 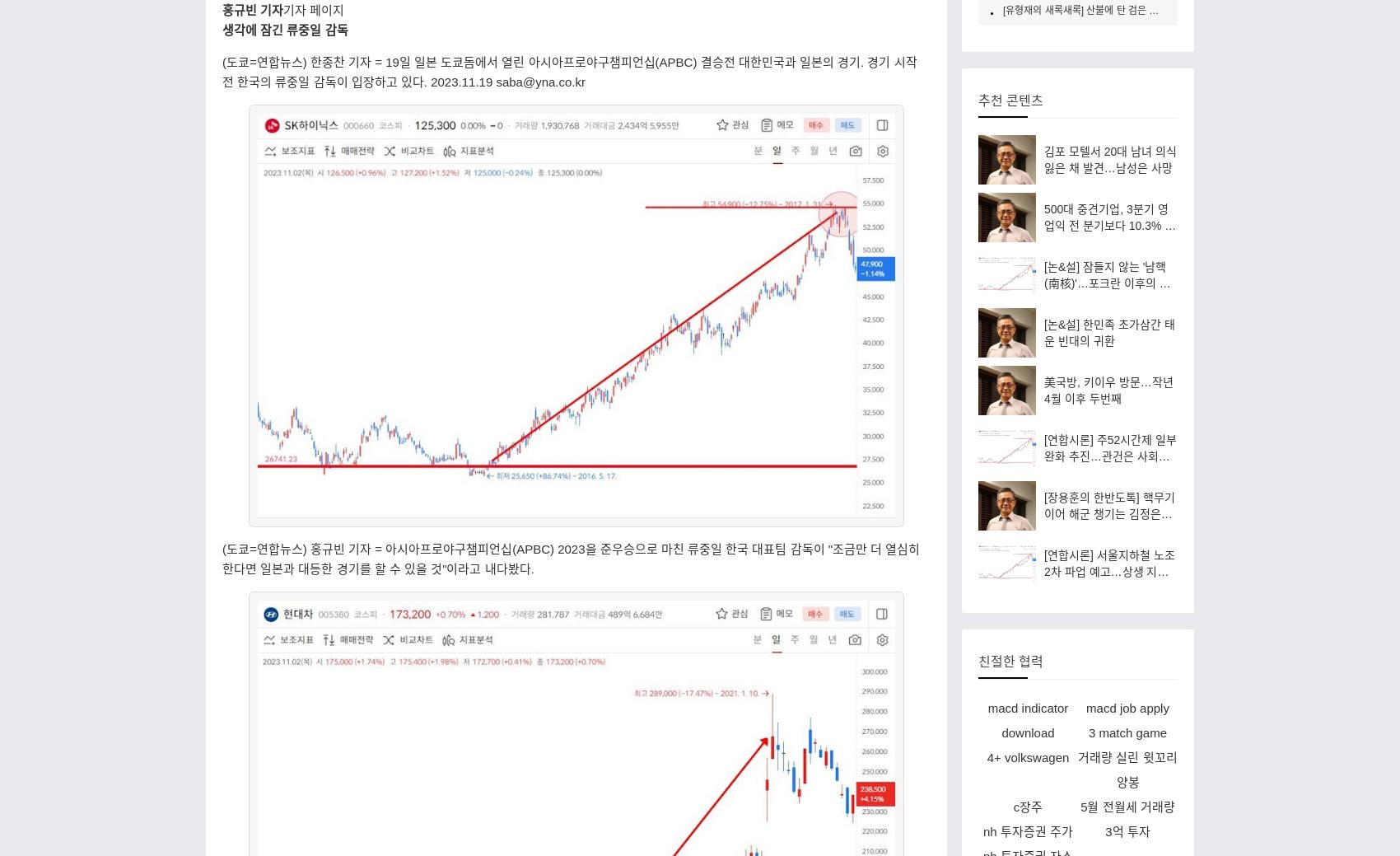 I want to click on 'c장주', so click(x=1026, y=806).